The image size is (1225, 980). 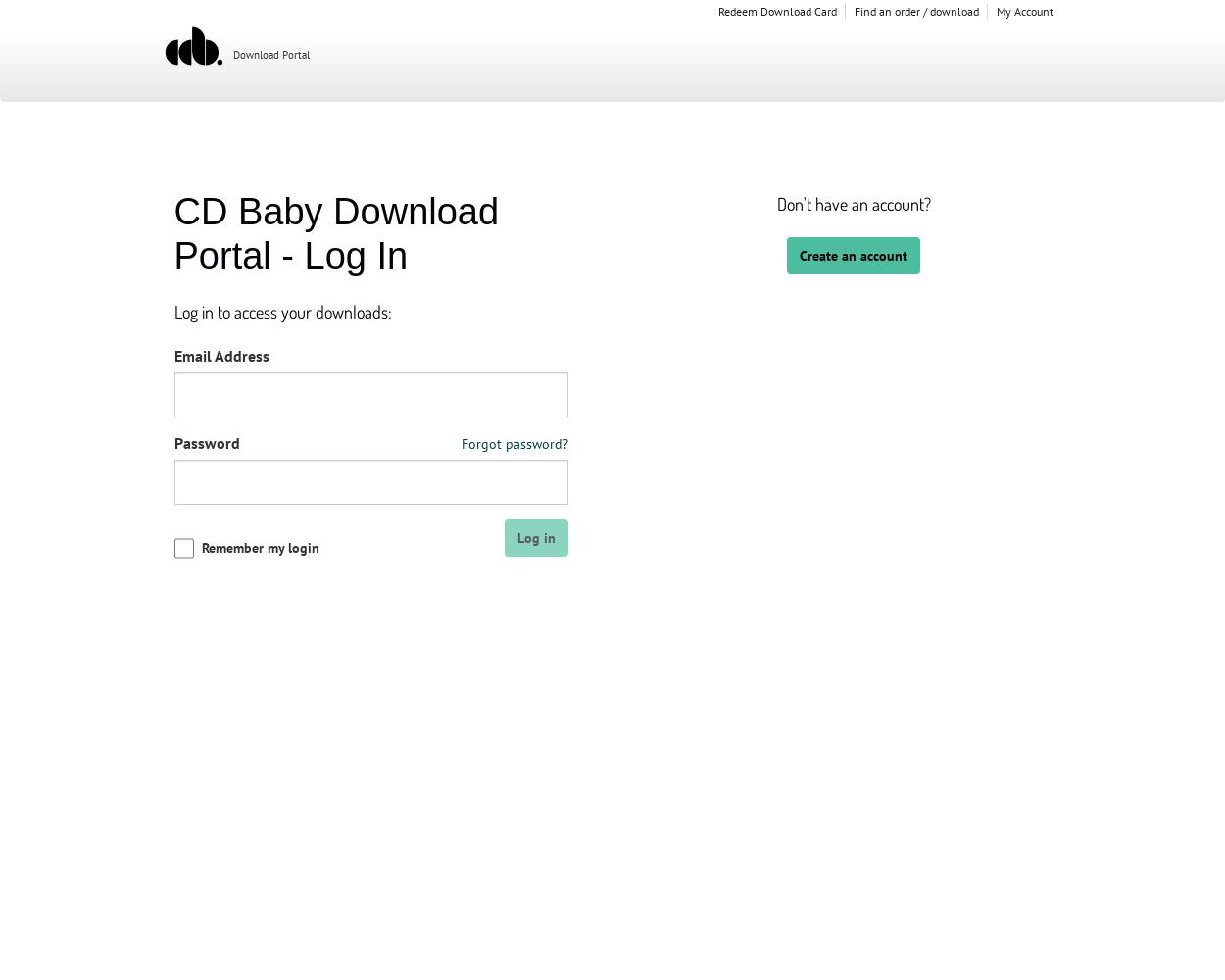 What do you see at coordinates (200, 548) in the screenshot?
I see `'Remember my login'` at bounding box center [200, 548].